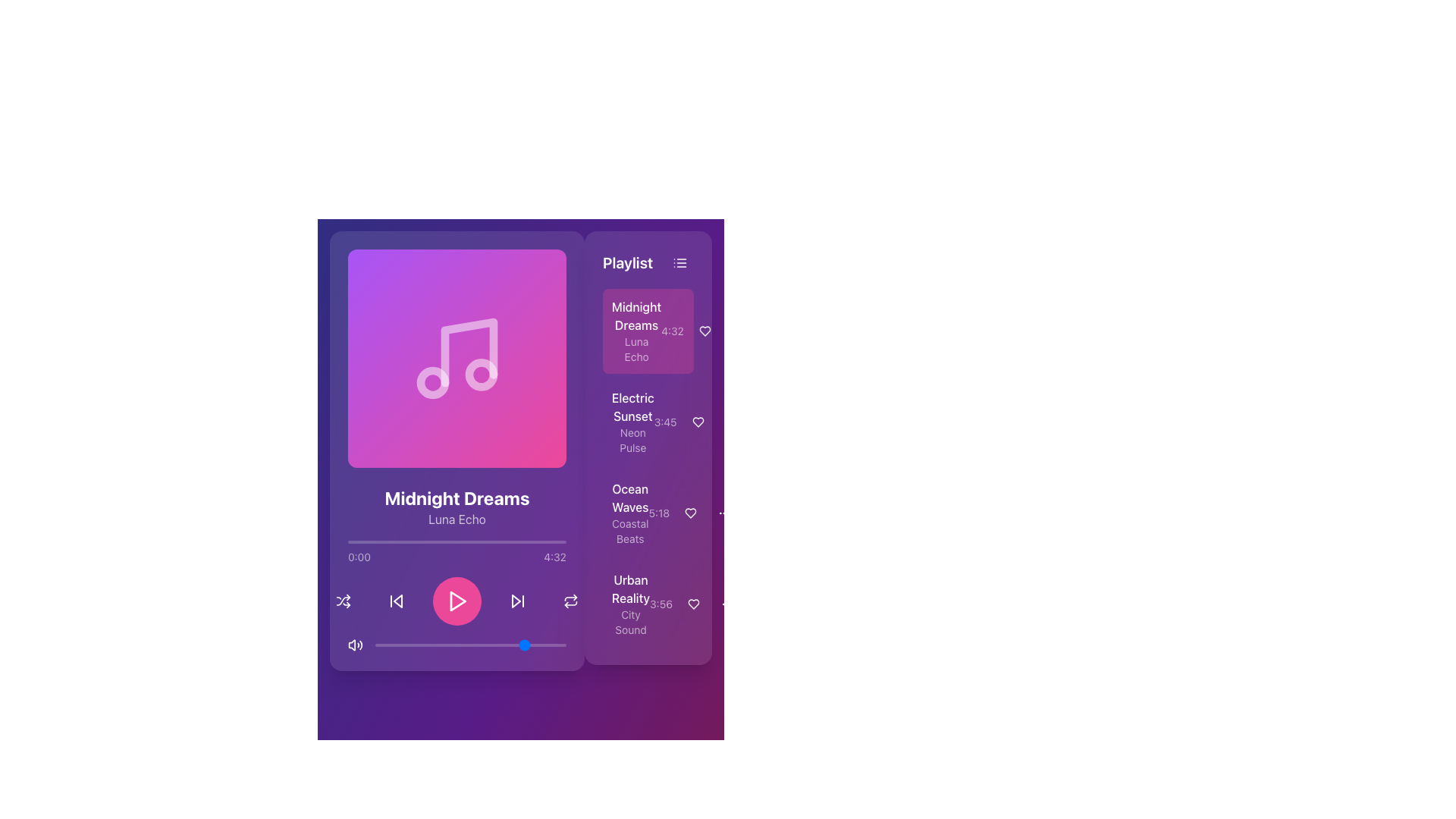 The image size is (1456, 819). Describe the element at coordinates (632, 422) in the screenshot. I see `the list item displaying 'Electric Sunset' and 'Neon Pulse'` at that location.